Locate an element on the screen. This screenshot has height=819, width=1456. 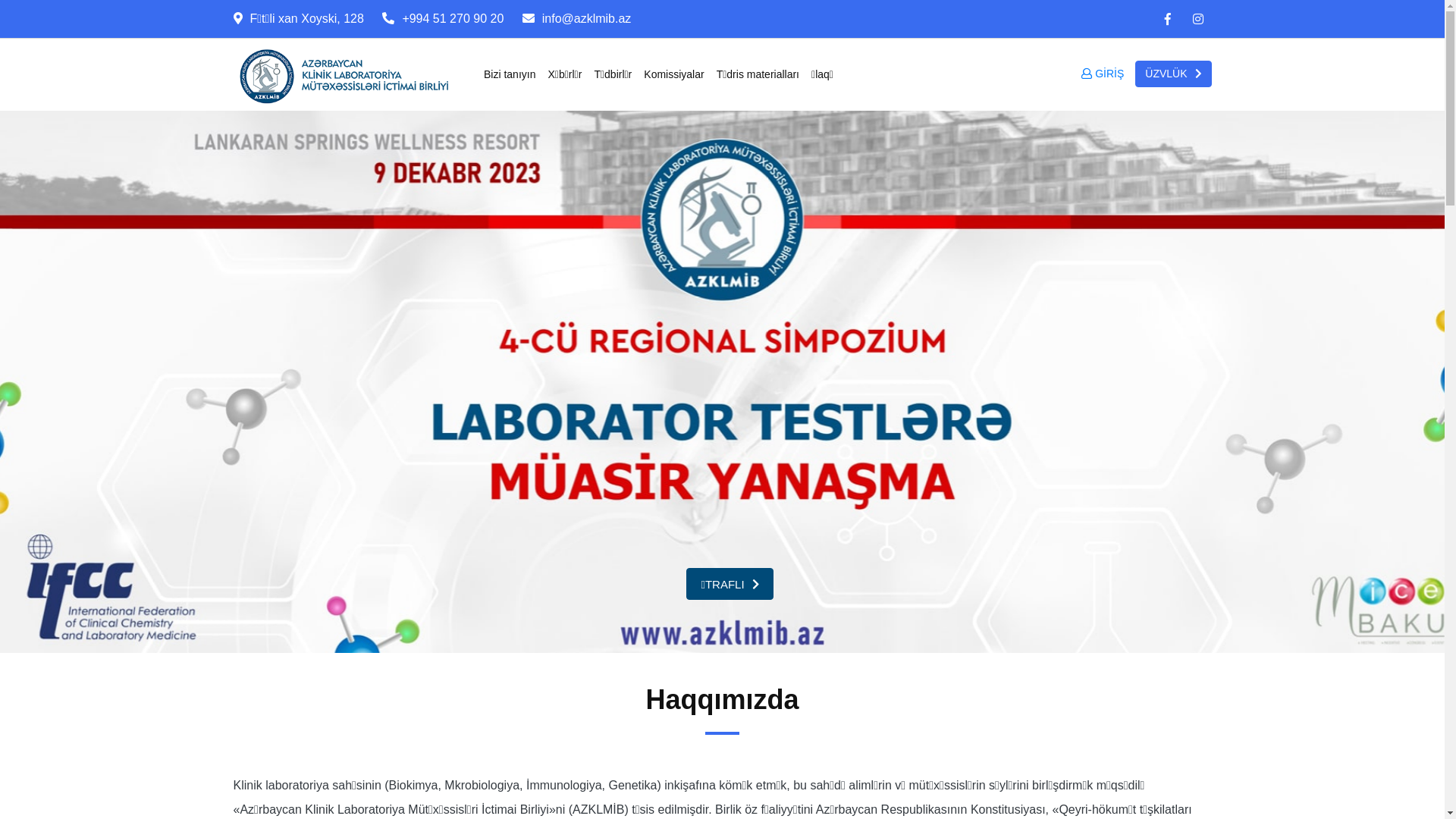
'Komissiyalar' is located at coordinates (673, 74).